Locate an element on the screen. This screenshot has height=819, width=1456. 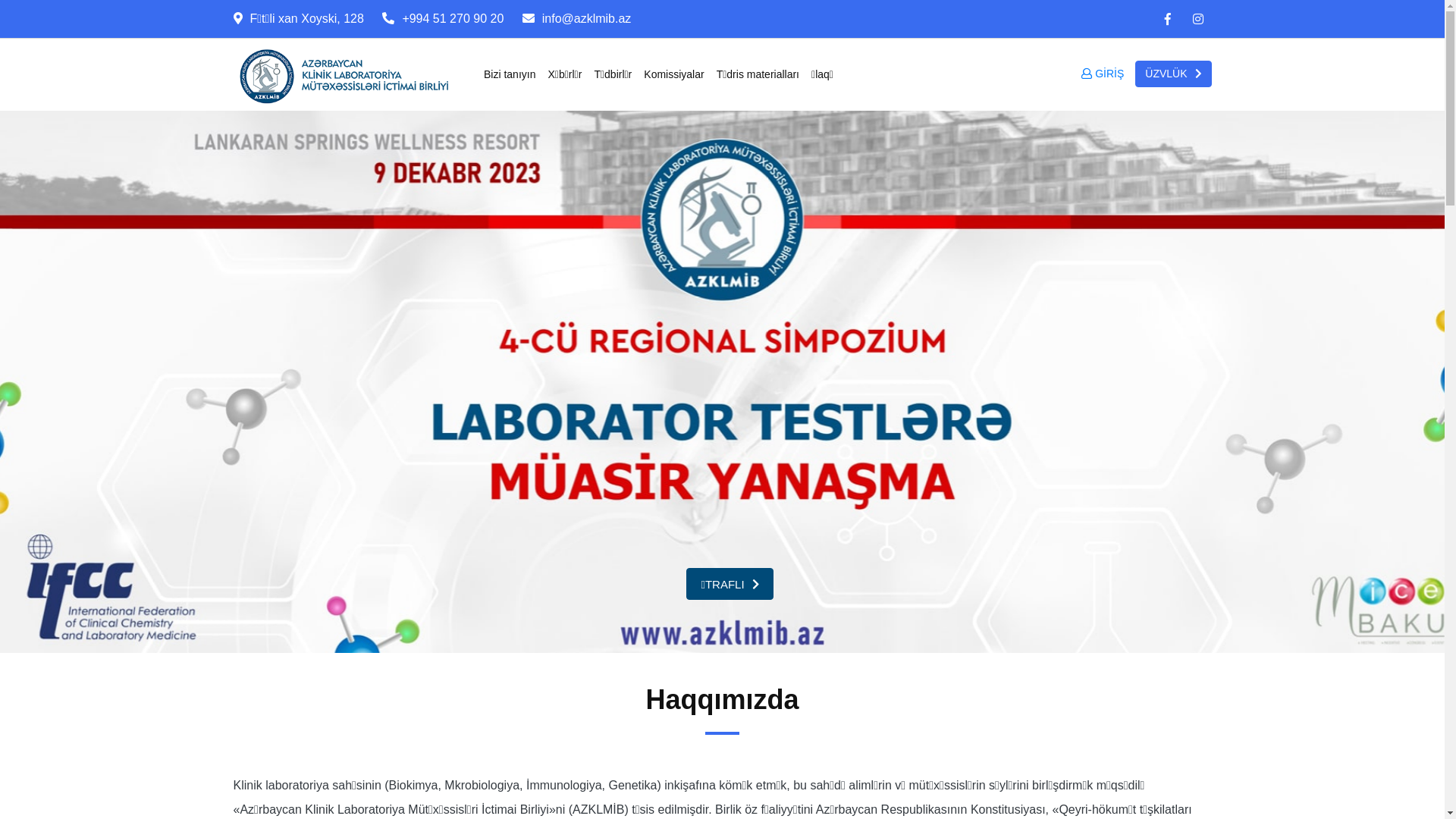
'Komissiyalar' is located at coordinates (673, 74).